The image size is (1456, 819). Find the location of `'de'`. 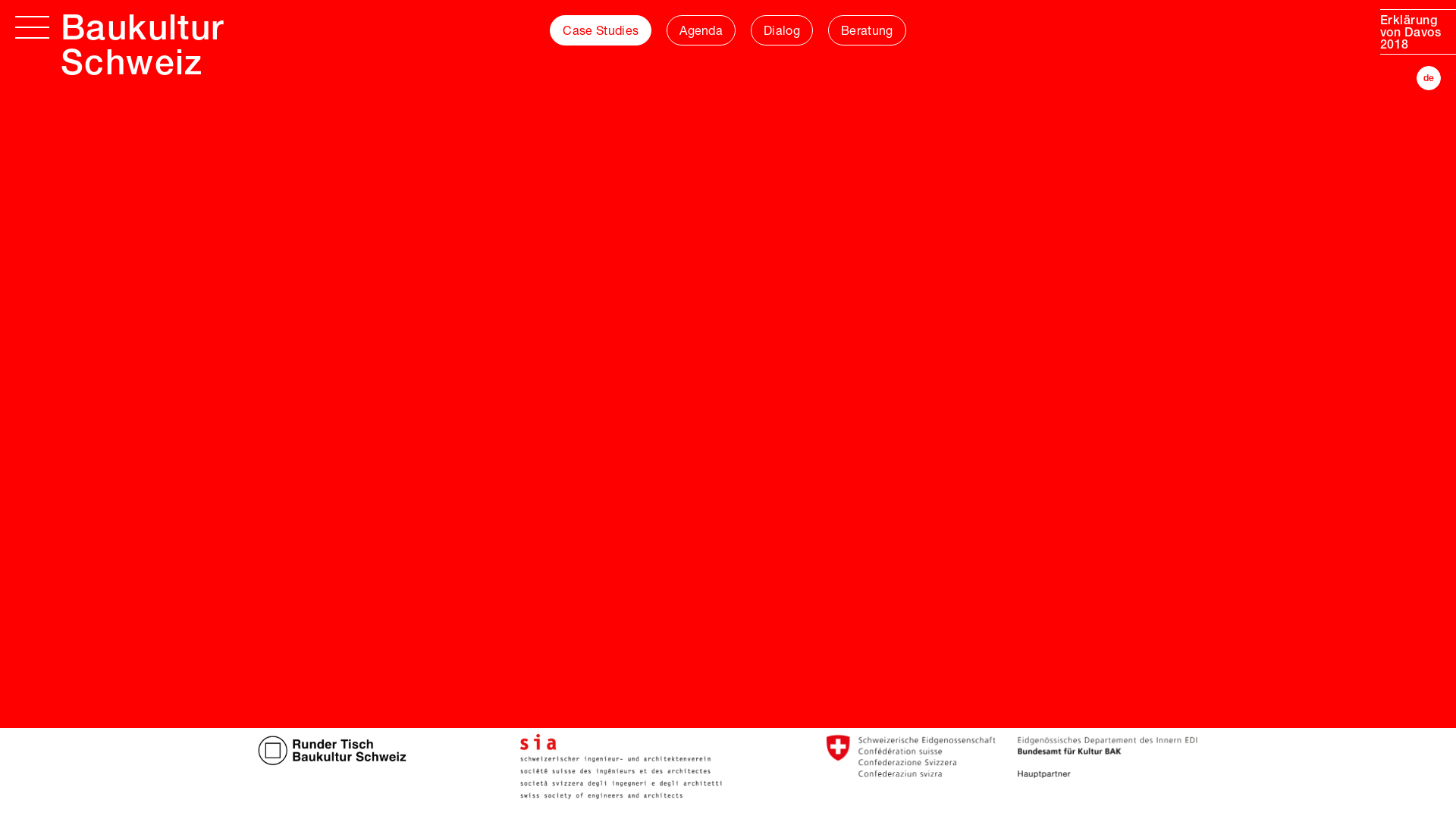

'de' is located at coordinates (1427, 78).